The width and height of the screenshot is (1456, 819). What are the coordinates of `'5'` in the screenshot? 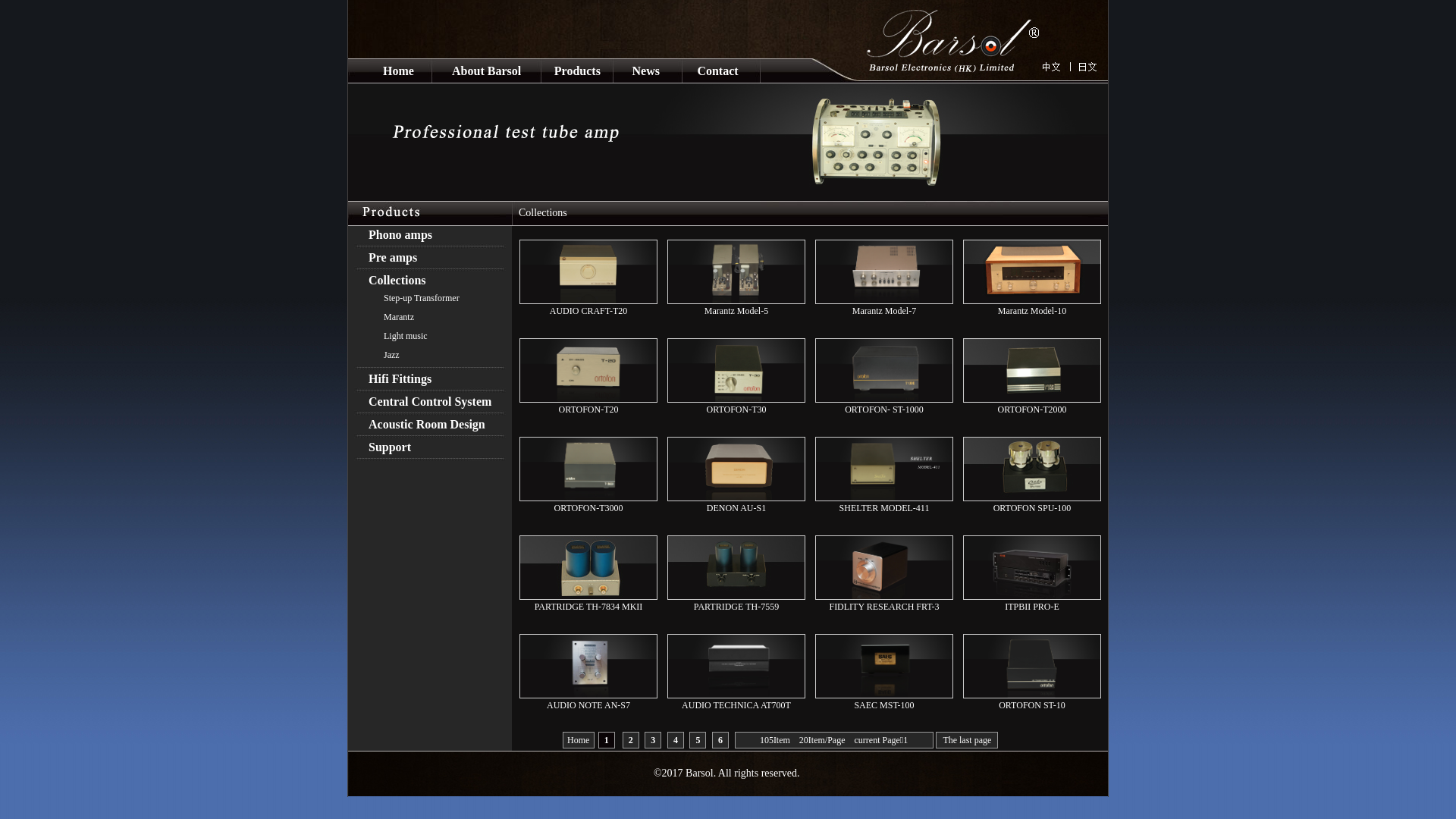 It's located at (697, 739).